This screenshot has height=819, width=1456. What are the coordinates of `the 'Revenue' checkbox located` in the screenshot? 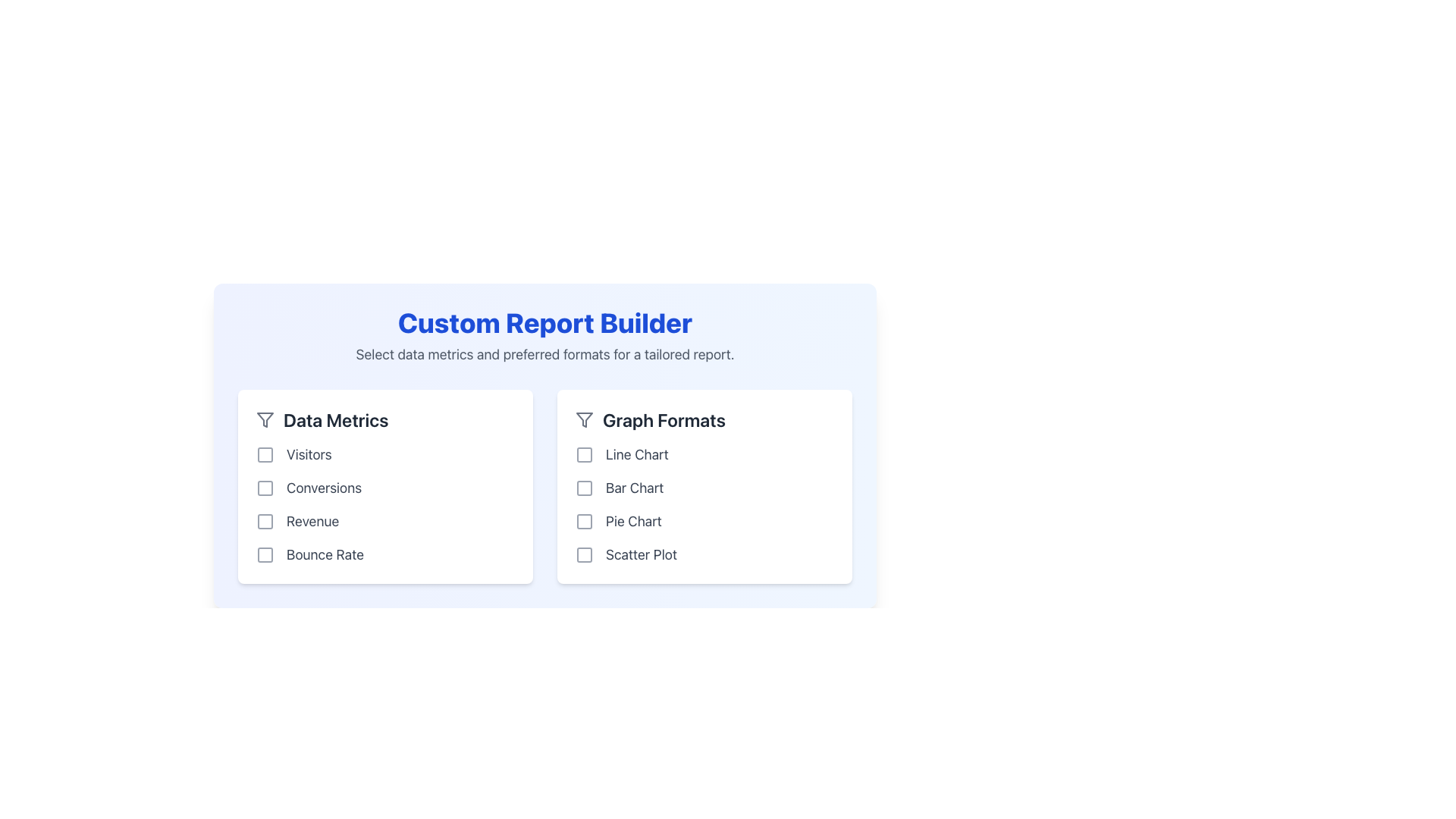 It's located at (385, 520).